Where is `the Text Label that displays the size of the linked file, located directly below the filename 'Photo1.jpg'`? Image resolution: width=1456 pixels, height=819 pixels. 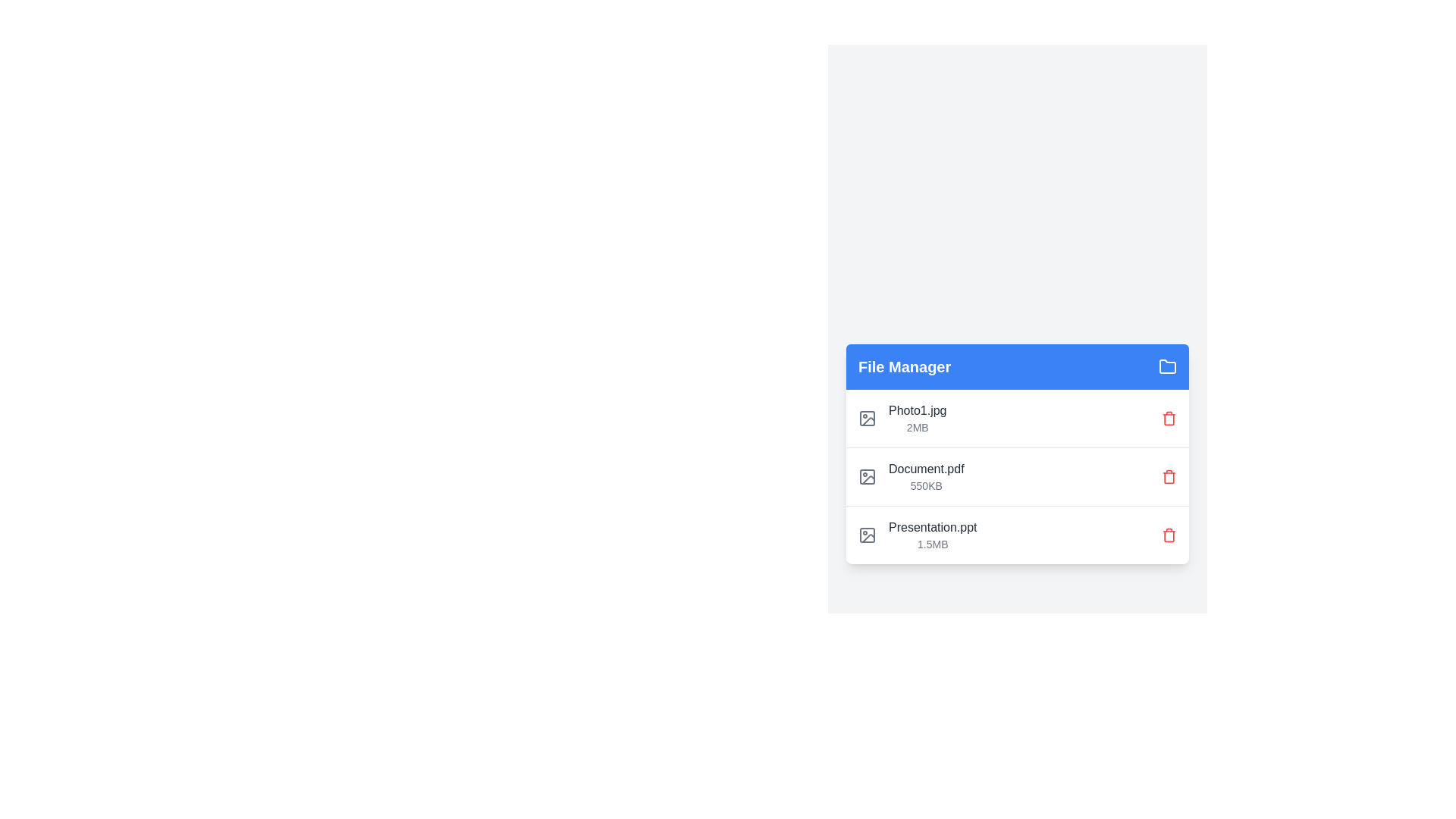
the Text Label that displays the size of the linked file, located directly below the filename 'Photo1.jpg' is located at coordinates (916, 427).